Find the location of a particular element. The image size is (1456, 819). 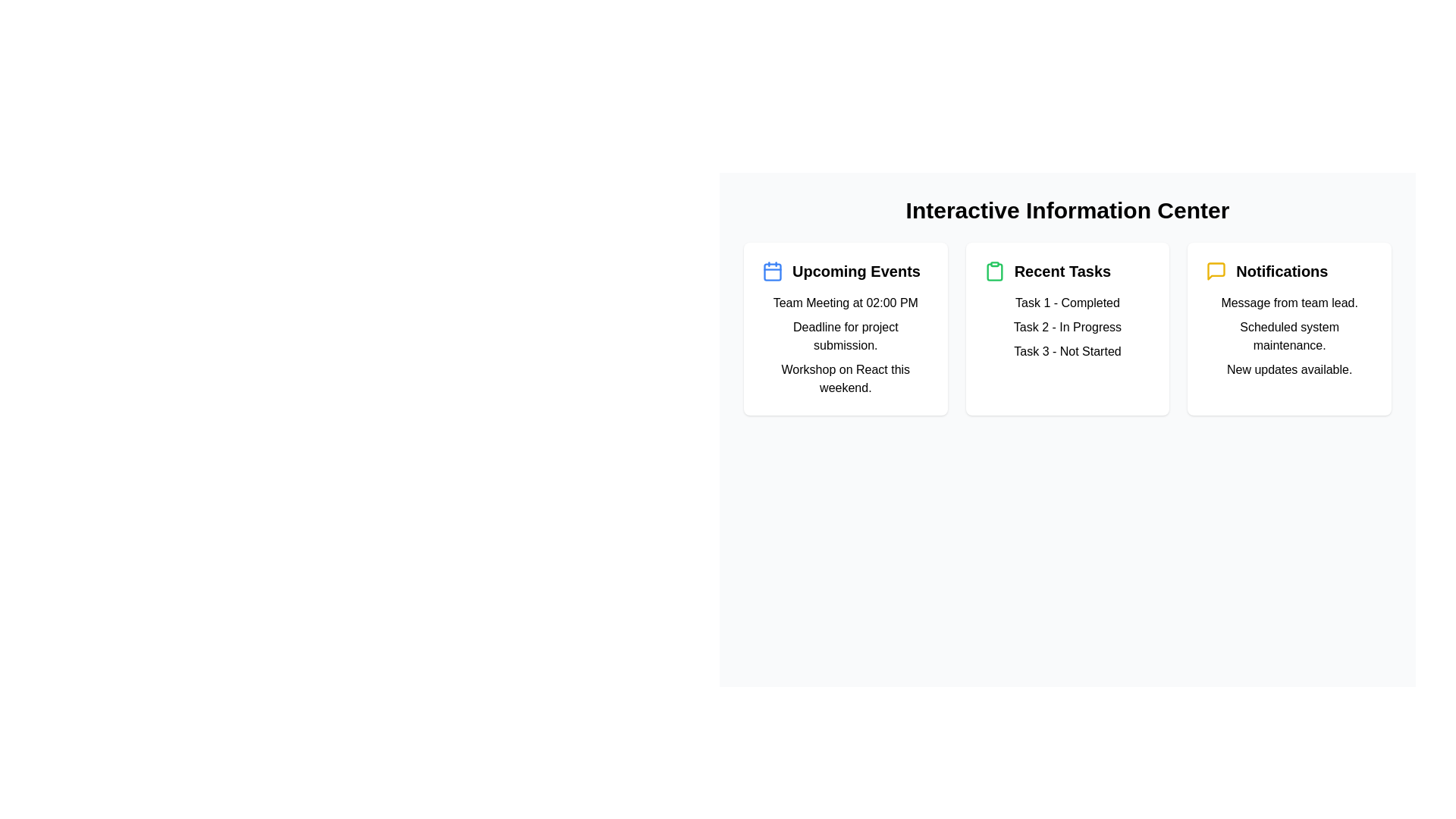

task list displayed on the Informational card located in the center column of the layout, positioned between the 'Upcoming Events' card and the 'Notifications' card is located at coordinates (1066, 328).